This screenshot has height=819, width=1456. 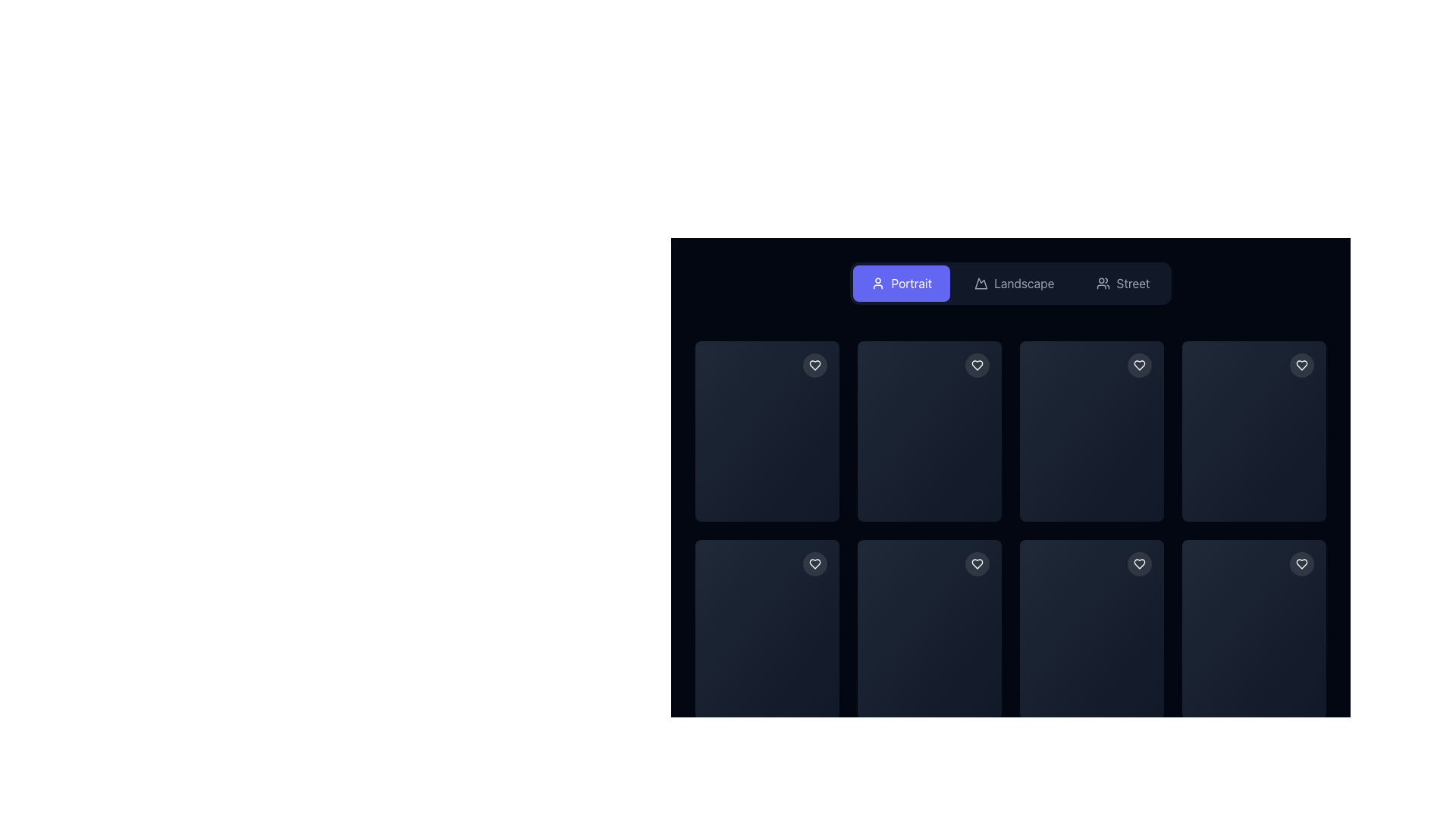 What do you see at coordinates (814, 563) in the screenshot?
I see `the favorite icon button located in the top-right corner of the bottom-left card of the 3x3 grid` at bounding box center [814, 563].